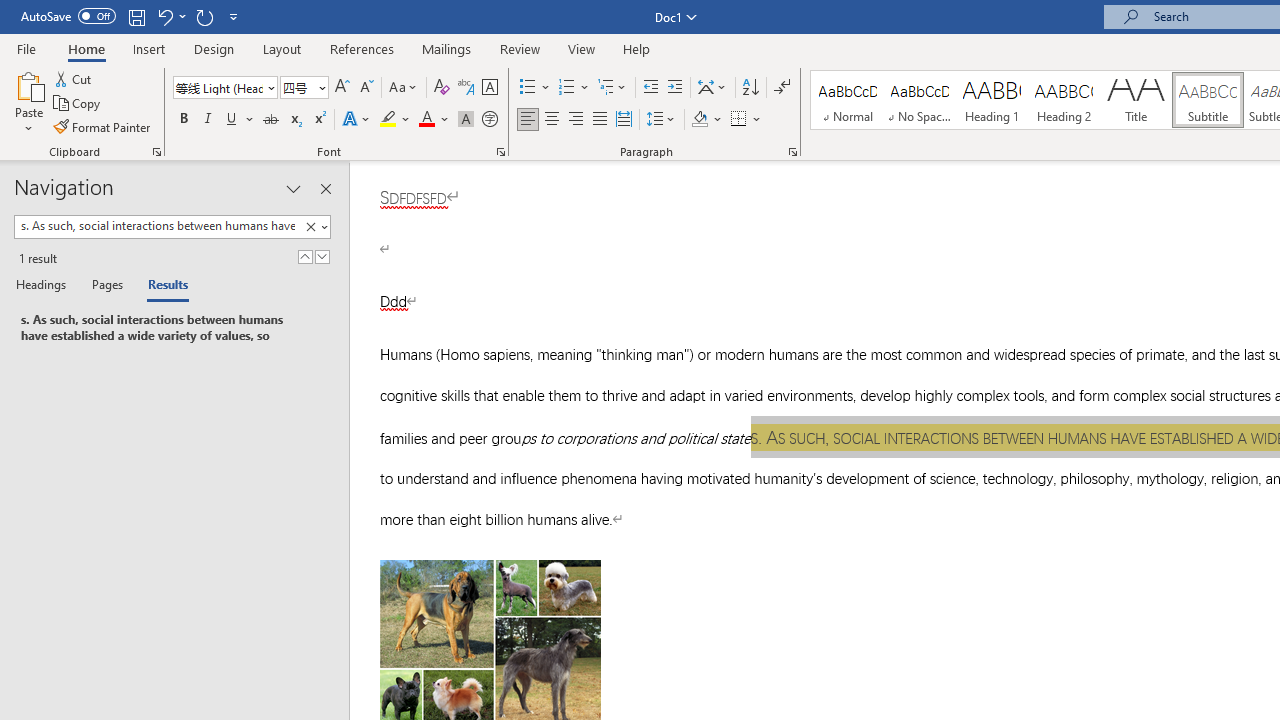 The height and width of the screenshot is (720, 1280). Describe the element at coordinates (661, 119) in the screenshot. I see `'Line and Paragraph Spacing'` at that location.